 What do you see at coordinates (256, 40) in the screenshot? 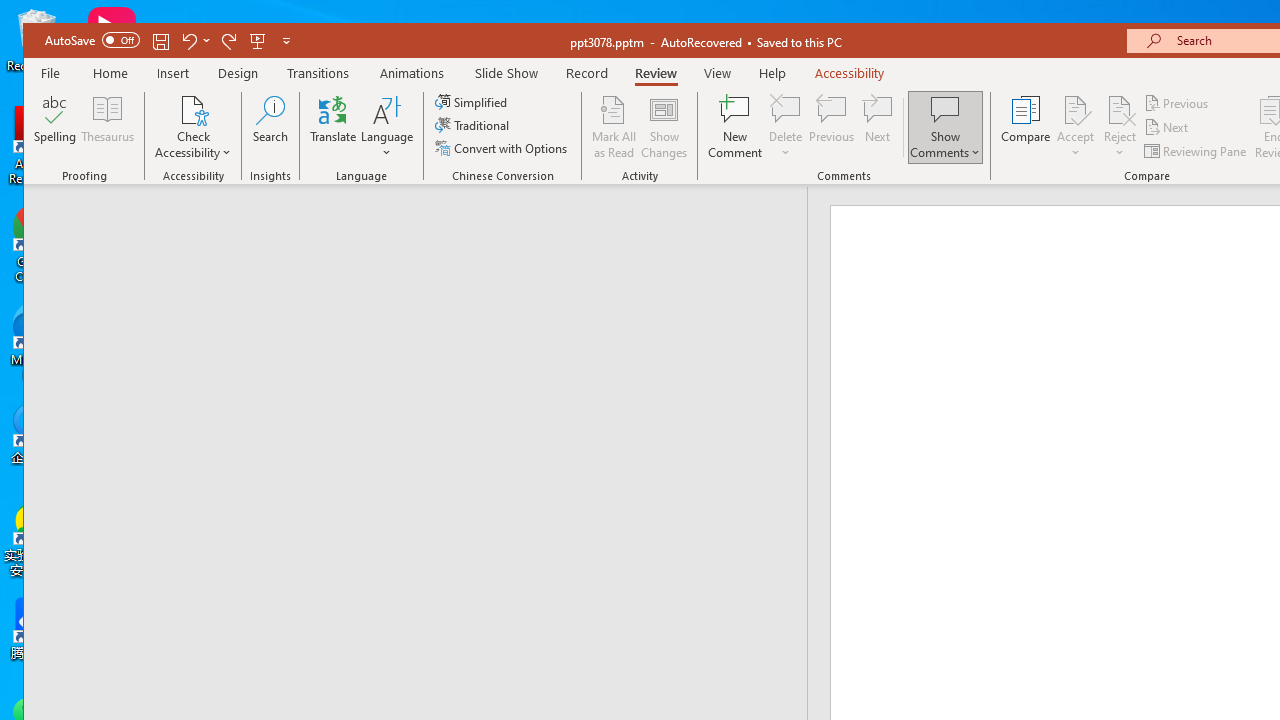
I see `'From Beginning'` at bounding box center [256, 40].